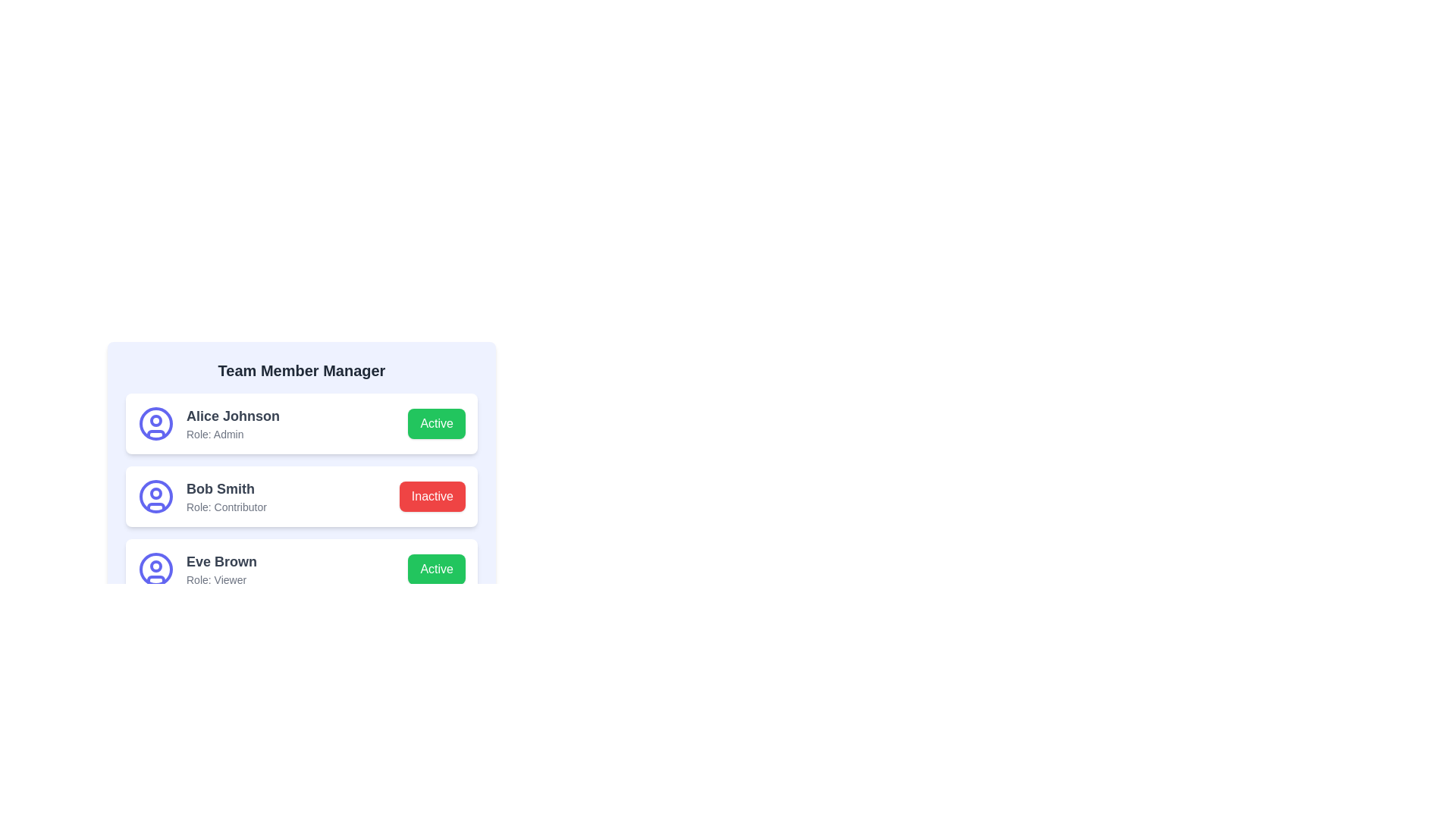  I want to click on the text label 'Alice Johnson', which is styled with a large, bold, gray font and located at the top-center of the first user card in the list under 'Team Member Manager', so click(232, 416).